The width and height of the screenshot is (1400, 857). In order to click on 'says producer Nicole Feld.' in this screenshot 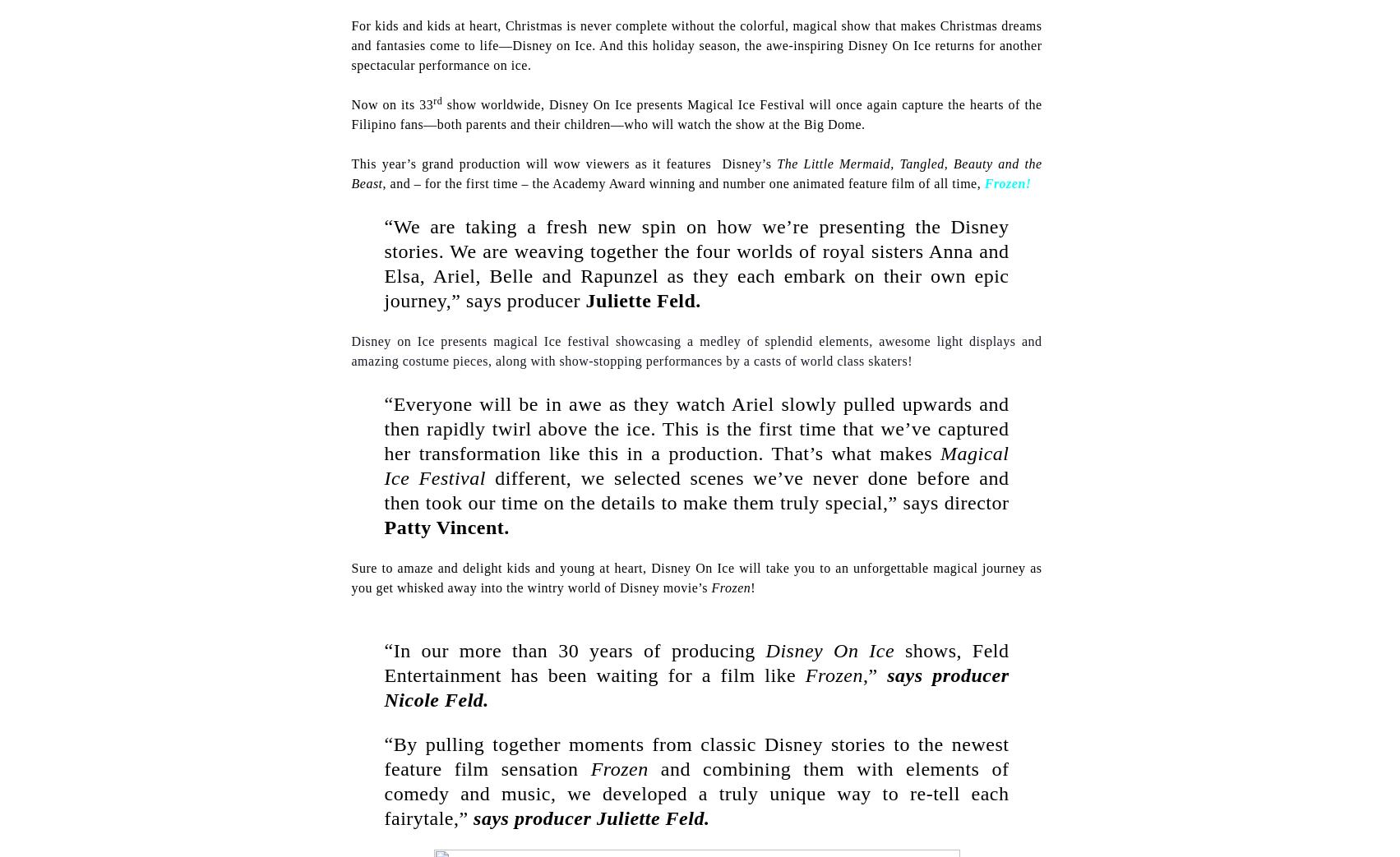, I will do `click(696, 688)`.